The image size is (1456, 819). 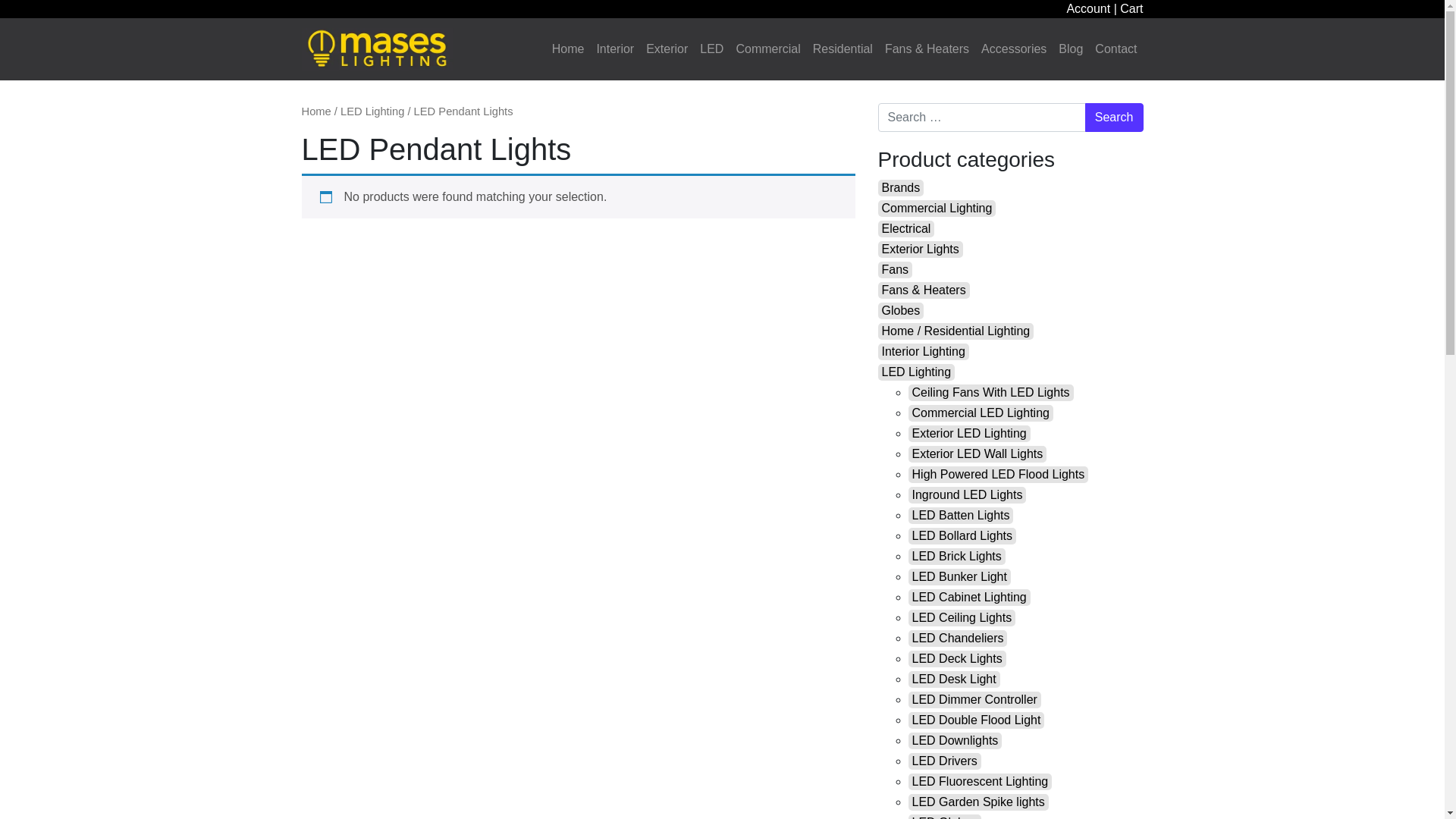 What do you see at coordinates (990, 391) in the screenshot?
I see `'Ceiling Fans With LED Lights'` at bounding box center [990, 391].